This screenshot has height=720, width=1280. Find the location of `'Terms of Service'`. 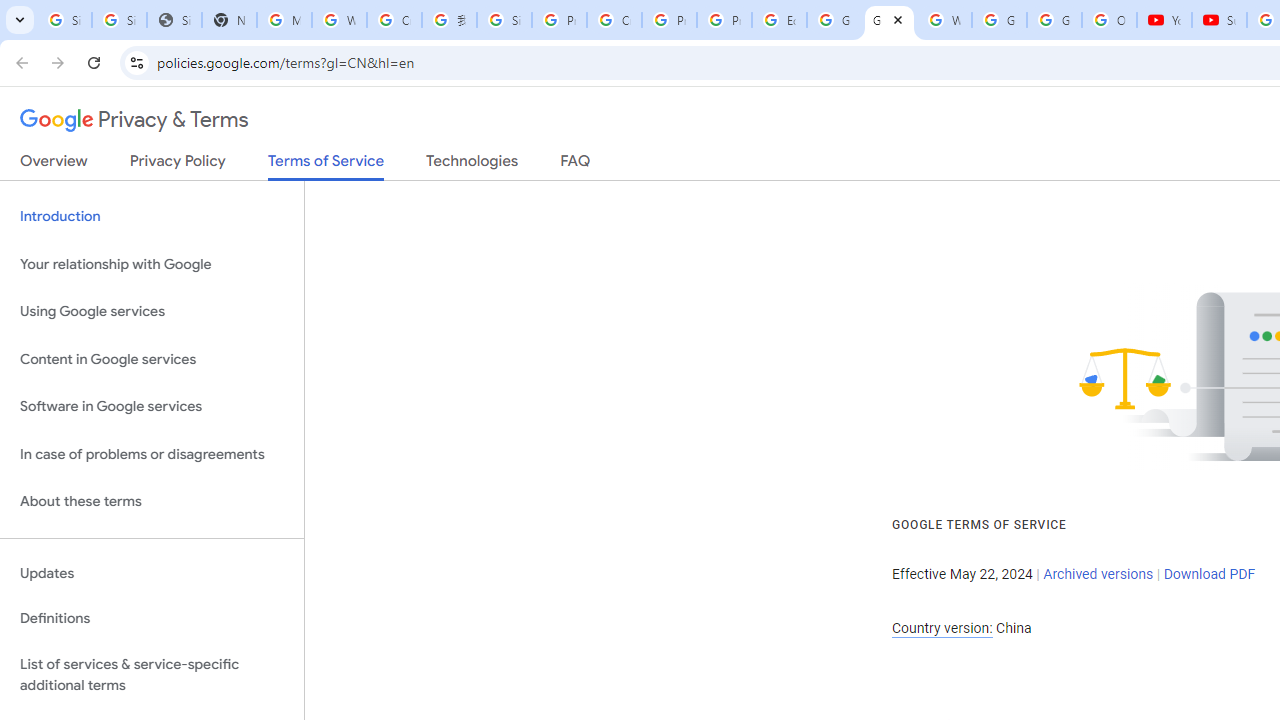

'Terms of Service' is located at coordinates (326, 165).